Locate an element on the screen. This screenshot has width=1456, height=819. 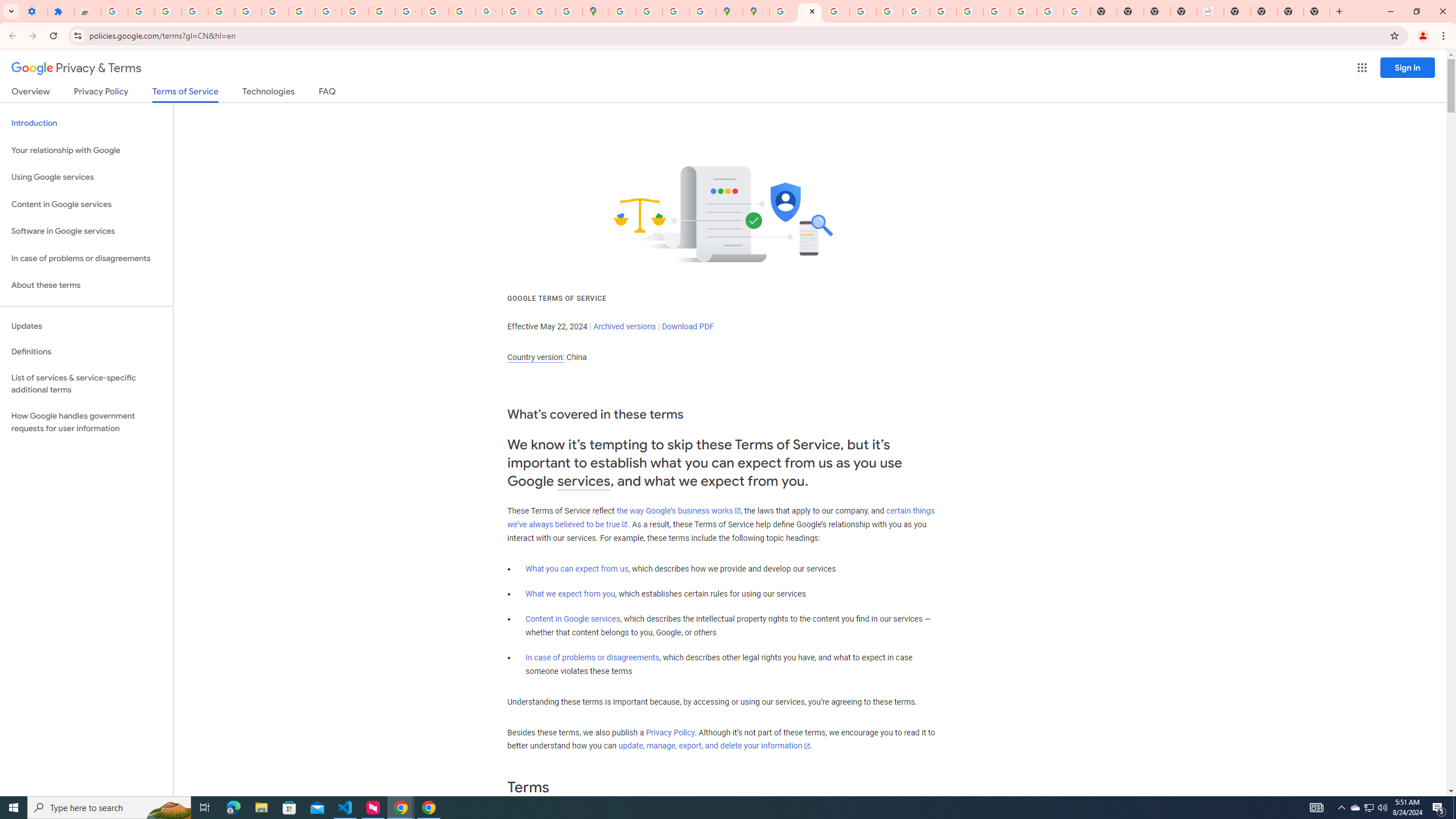
'New Tab' is located at coordinates (1317, 11).